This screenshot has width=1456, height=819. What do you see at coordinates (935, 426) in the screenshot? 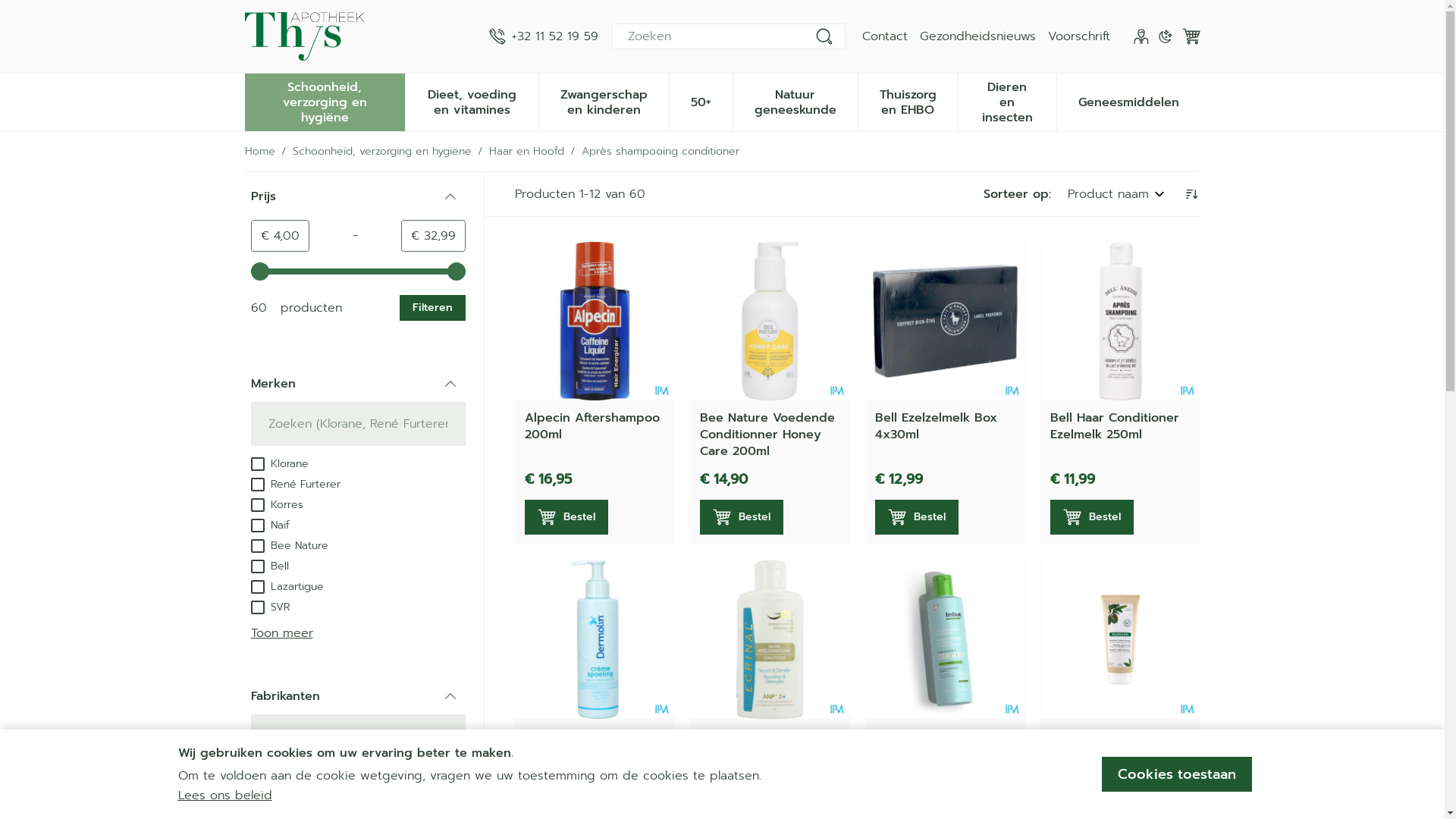
I see `'Bell Ezelzelmelk Box 4x30ml'` at bounding box center [935, 426].